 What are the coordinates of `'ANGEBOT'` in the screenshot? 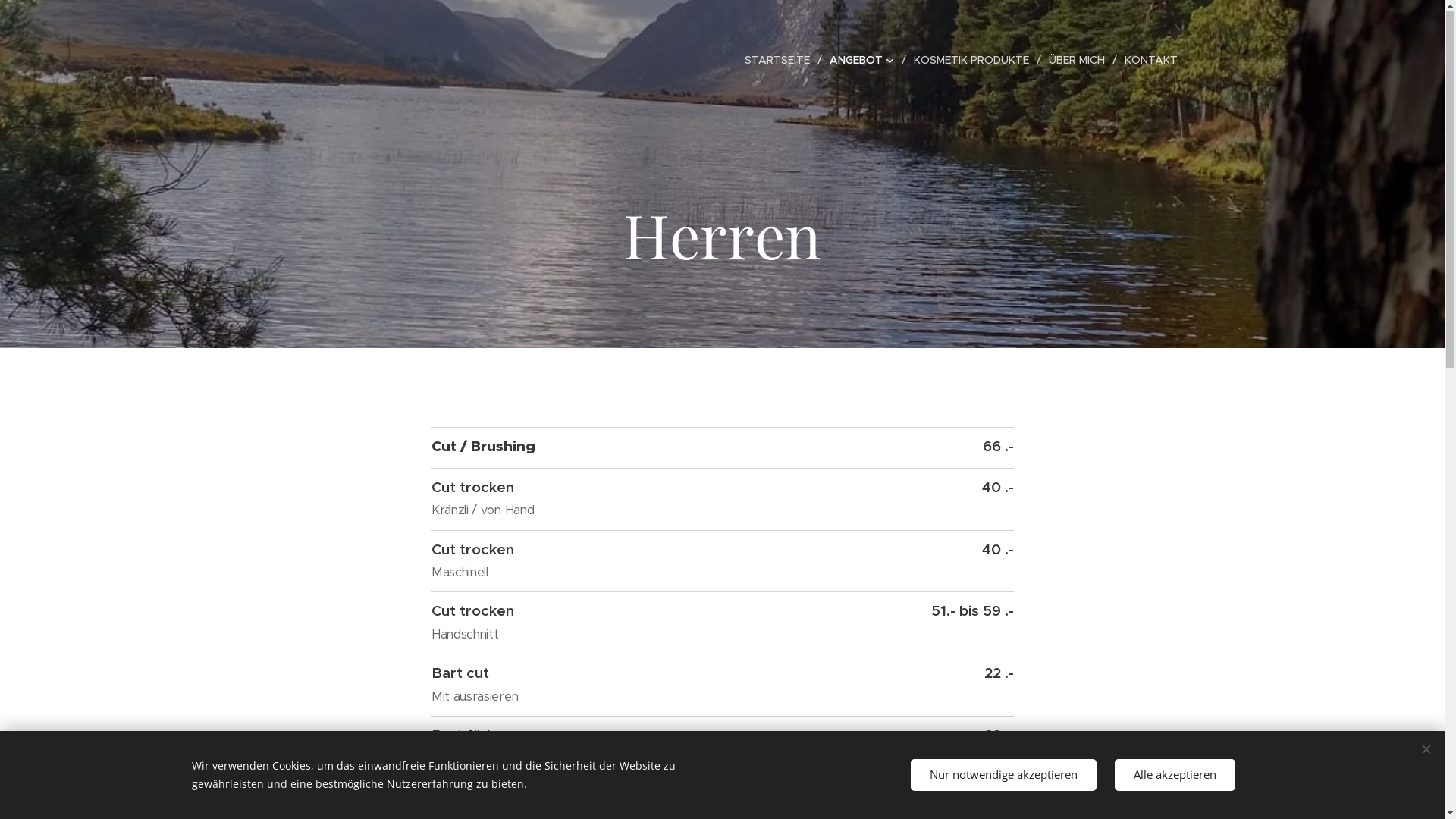 It's located at (864, 60).